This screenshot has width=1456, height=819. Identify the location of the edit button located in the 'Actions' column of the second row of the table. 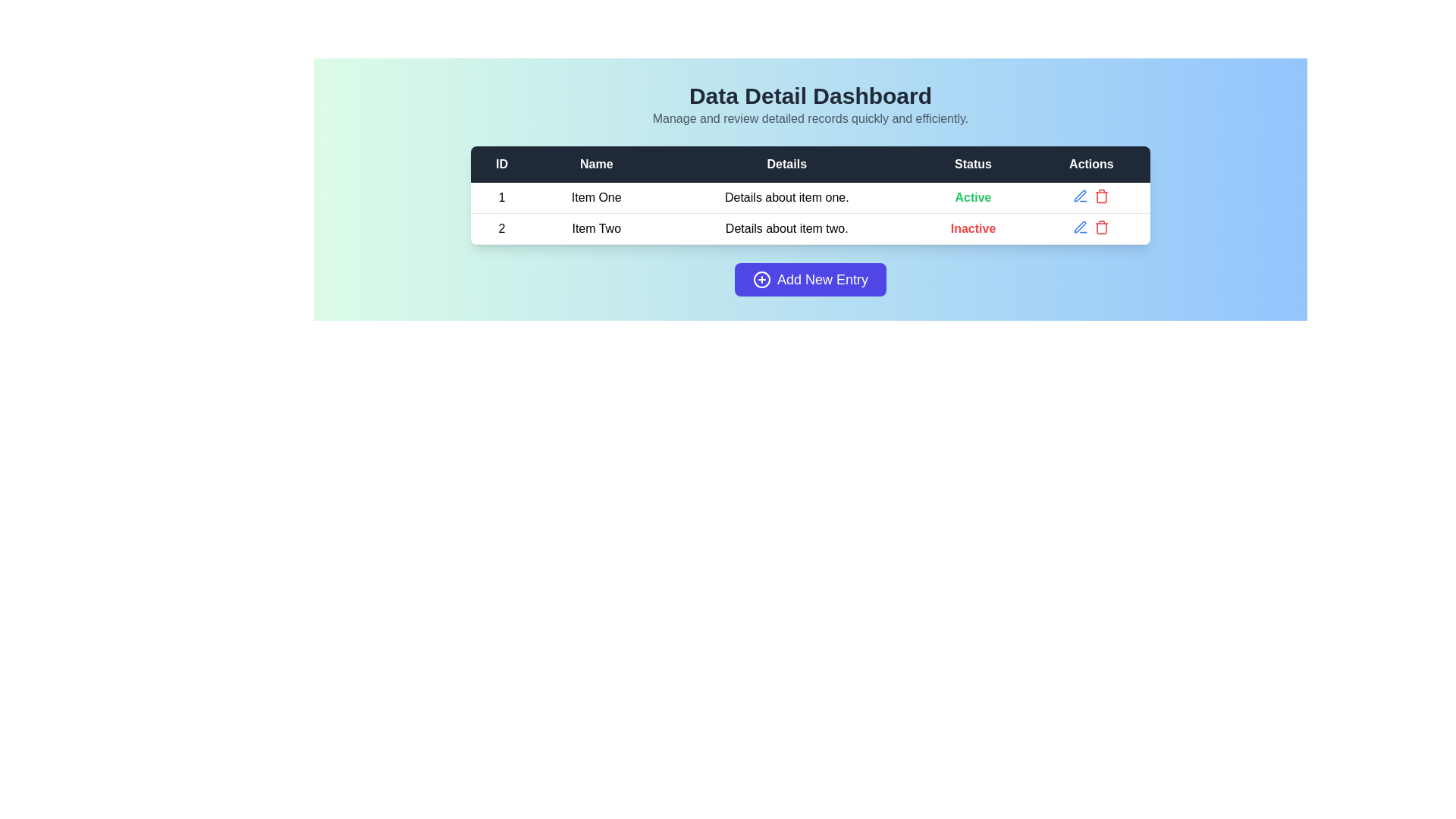
(1080, 195).